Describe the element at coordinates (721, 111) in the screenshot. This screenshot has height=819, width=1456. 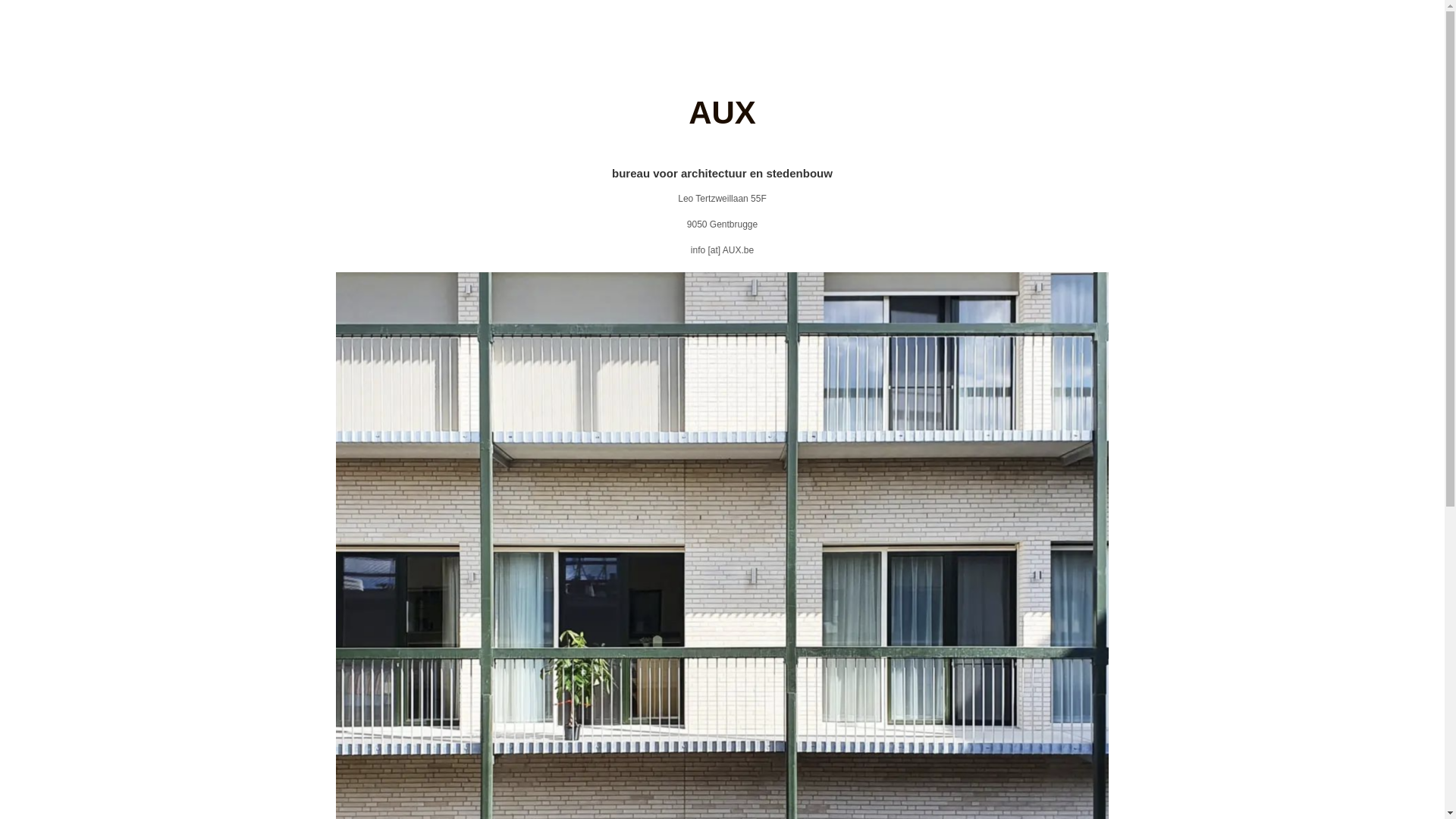
I see `'AUX'` at that location.